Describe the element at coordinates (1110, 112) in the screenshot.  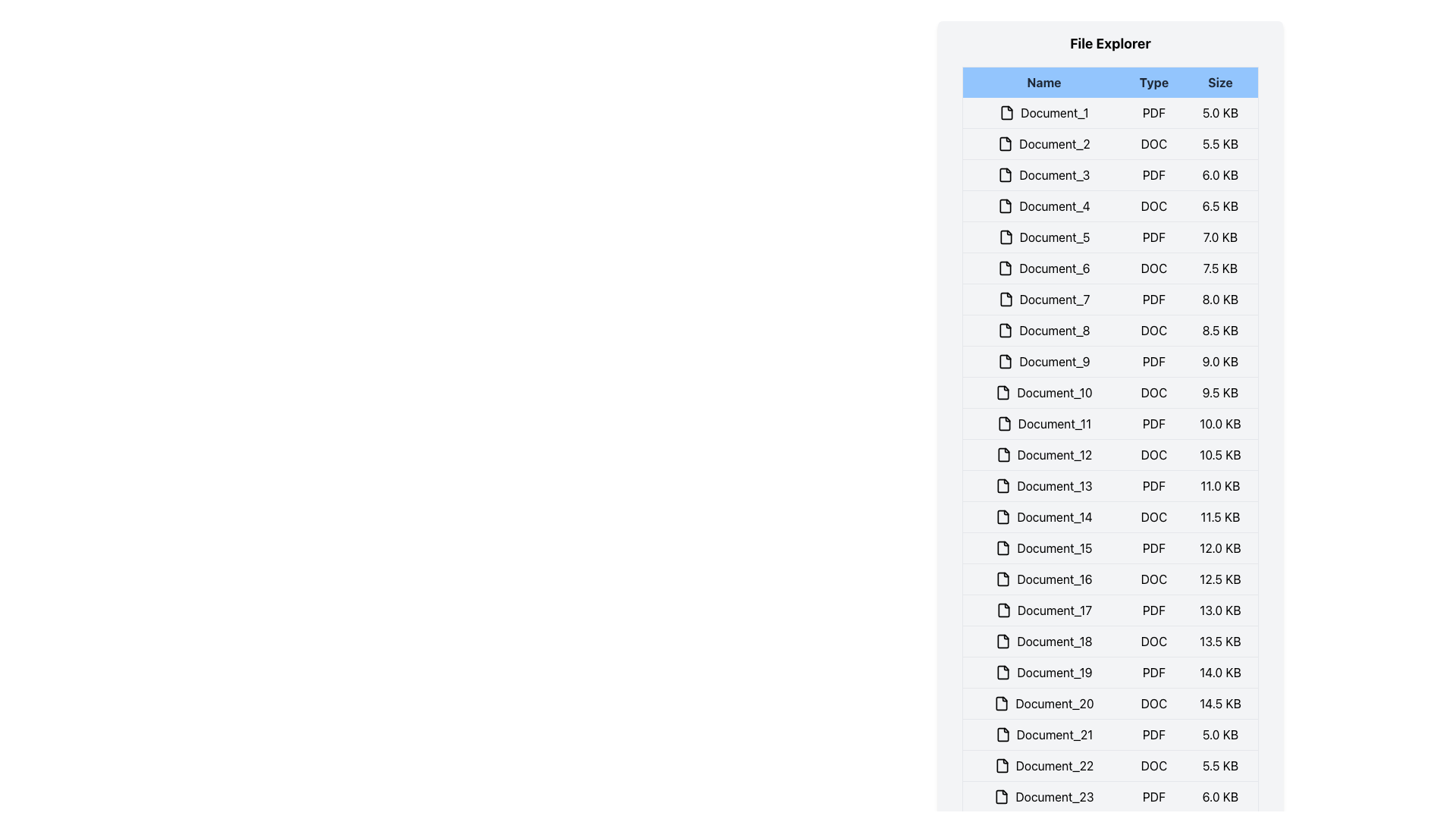
I see `the first table row in the file explorer` at that location.